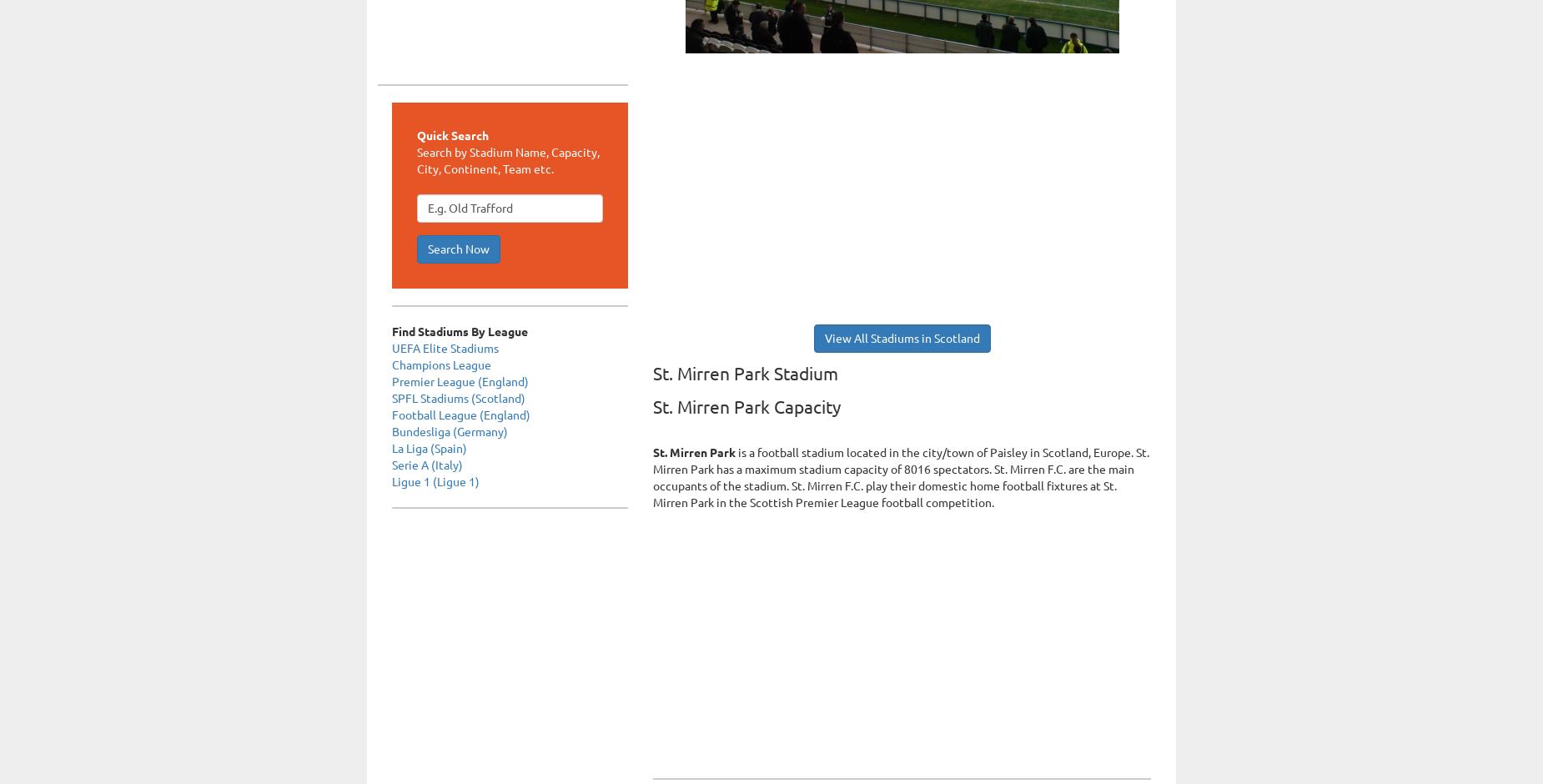 Image resolution: width=1543 pixels, height=784 pixels. What do you see at coordinates (427, 465) in the screenshot?
I see `'Serie A (Italy)'` at bounding box center [427, 465].